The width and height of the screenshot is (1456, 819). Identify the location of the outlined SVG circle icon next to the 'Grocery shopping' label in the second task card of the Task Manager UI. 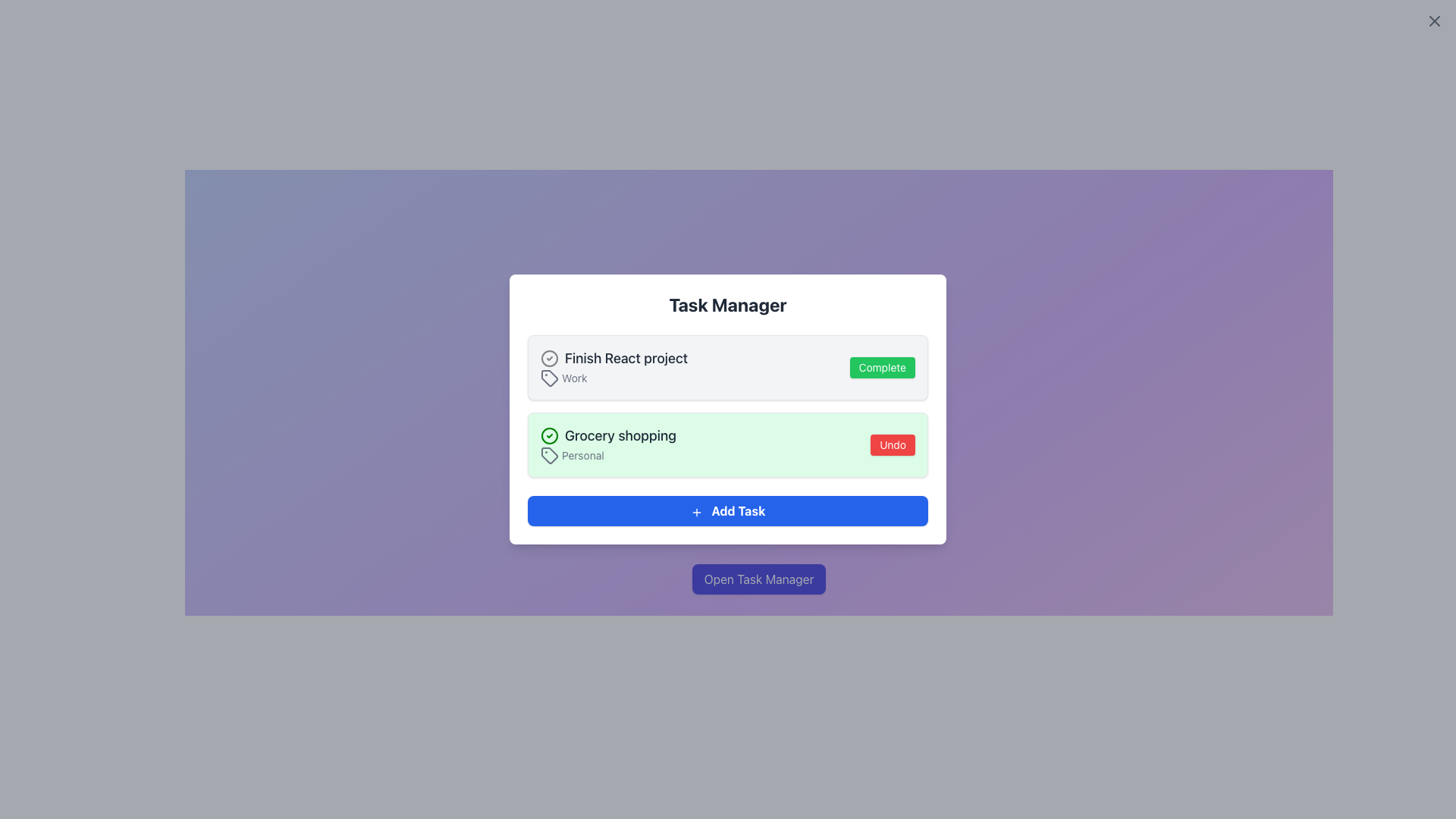
(548, 359).